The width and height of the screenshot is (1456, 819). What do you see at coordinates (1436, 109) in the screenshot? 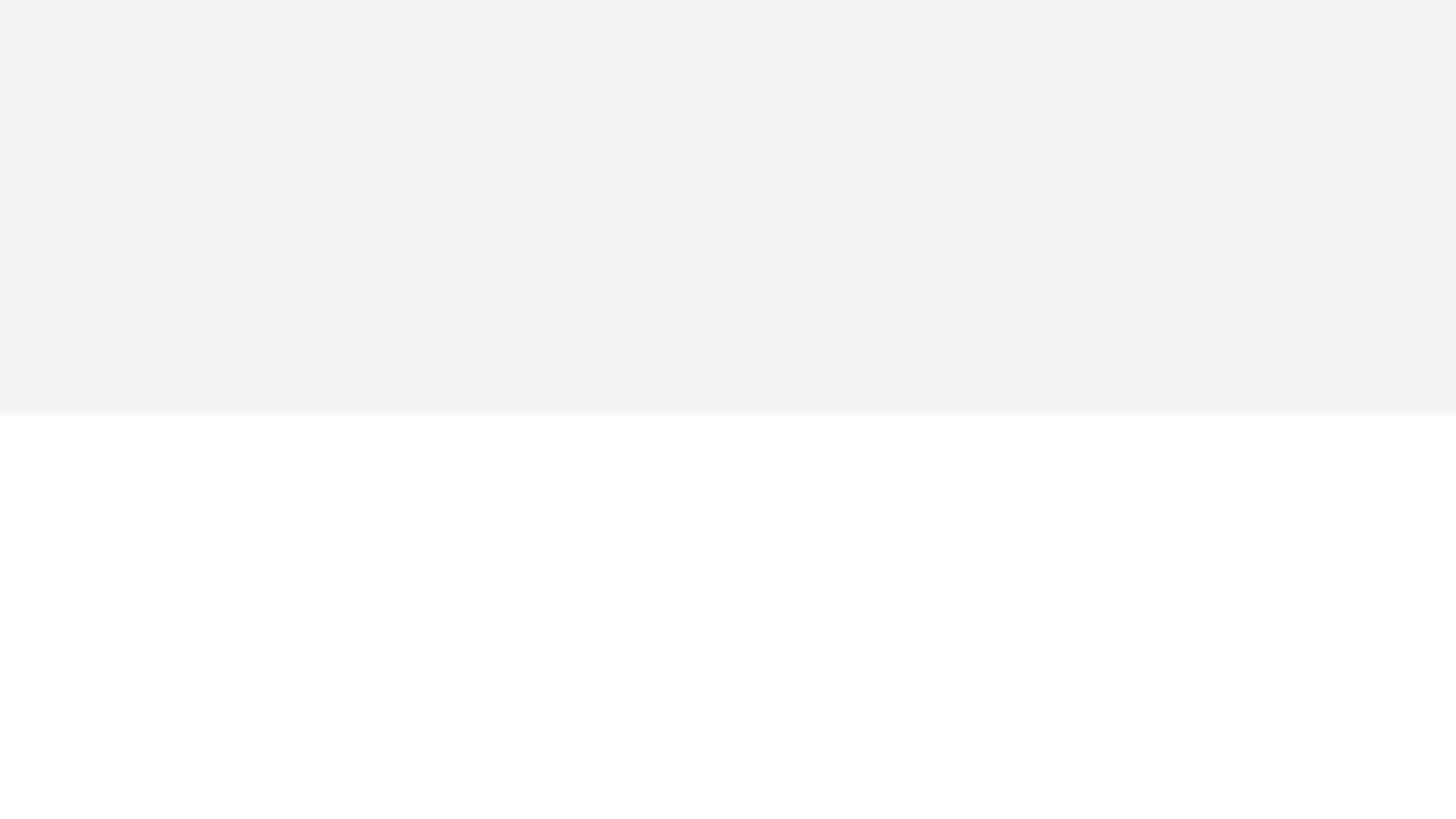
I see `Zoom in` at bounding box center [1436, 109].